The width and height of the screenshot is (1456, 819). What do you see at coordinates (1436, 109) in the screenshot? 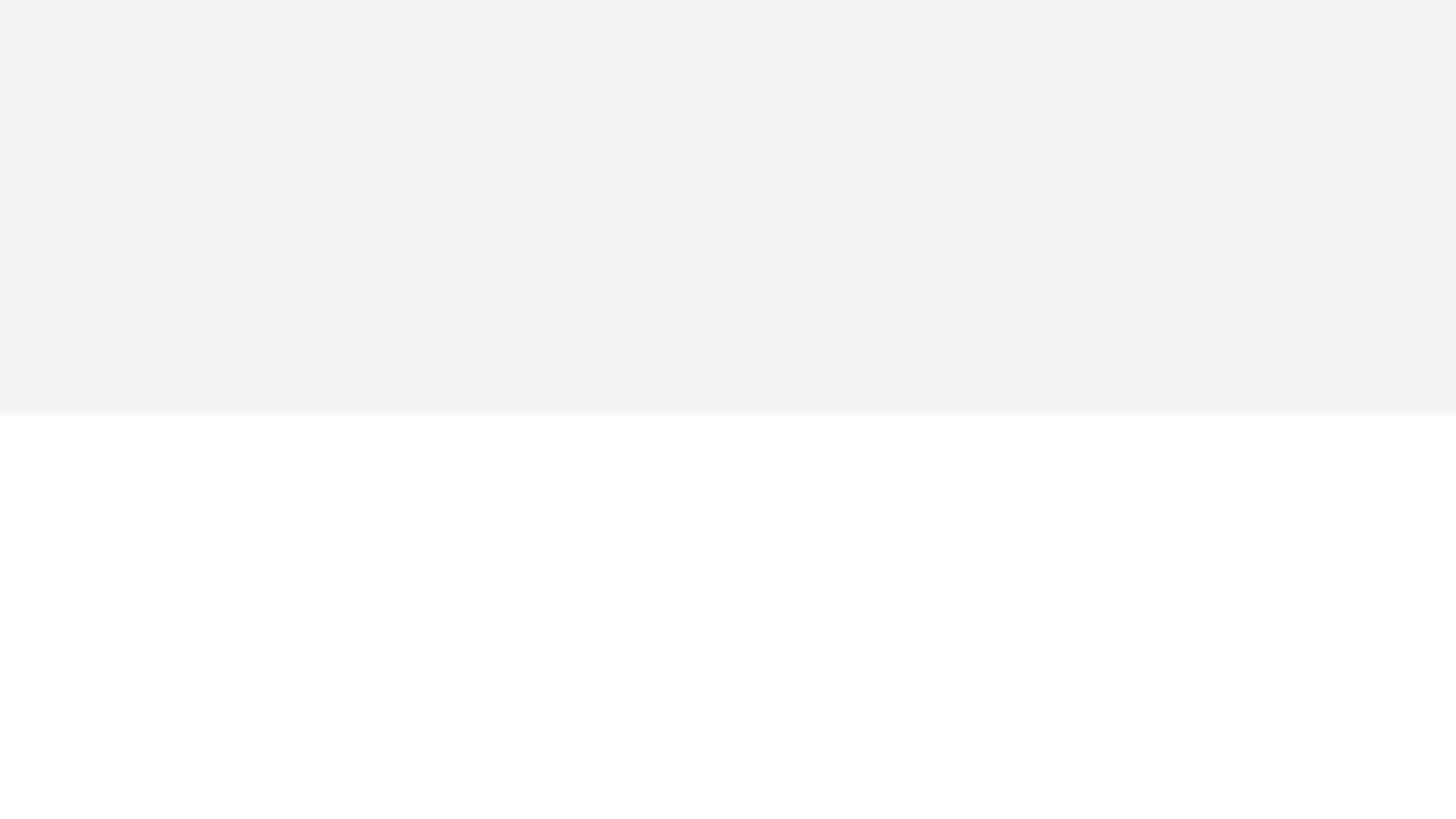
I see `Zoom in` at bounding box center [1436, 109].